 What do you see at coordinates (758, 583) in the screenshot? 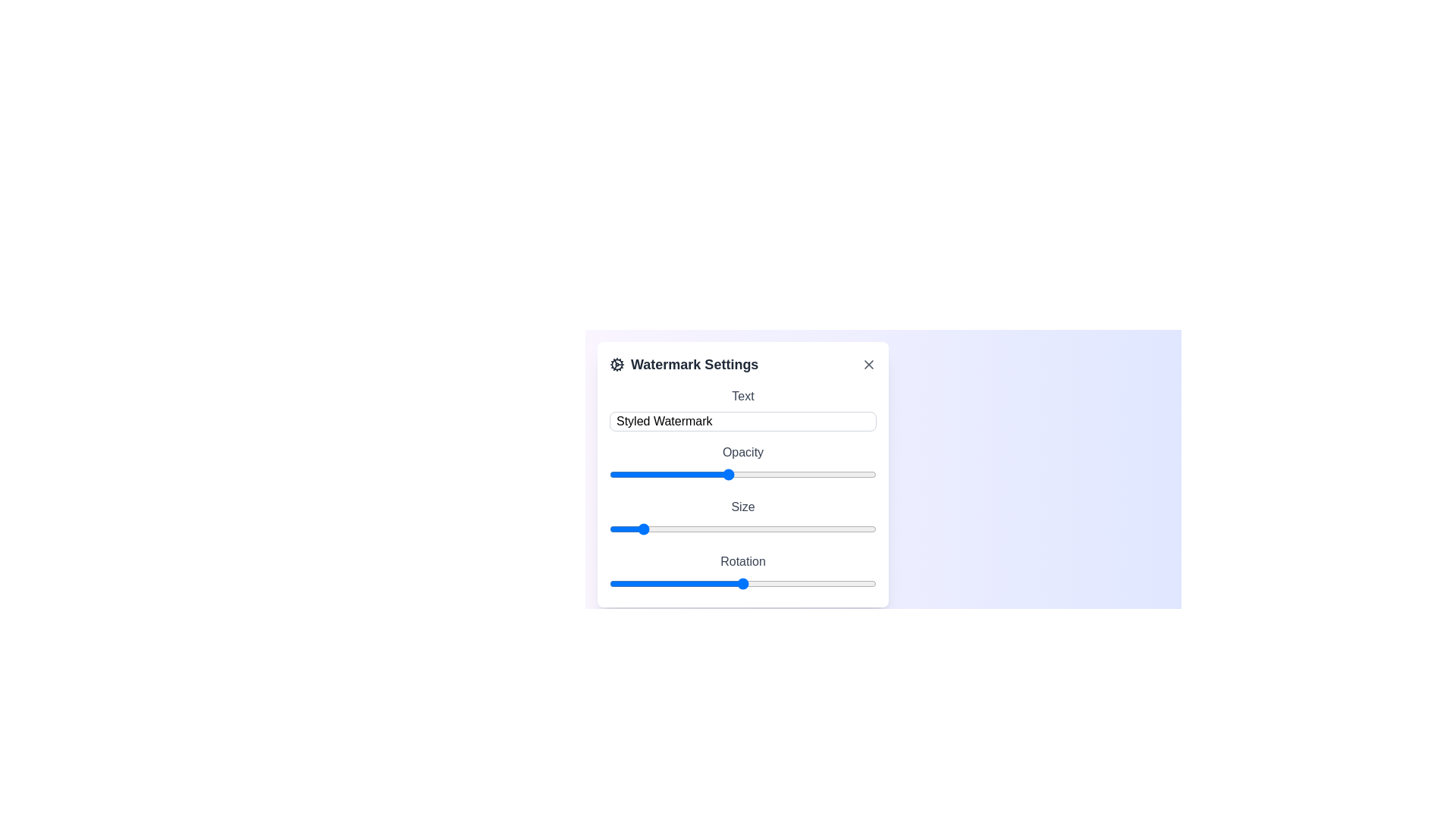
I see `rotation` at bounding box center [758, 583].